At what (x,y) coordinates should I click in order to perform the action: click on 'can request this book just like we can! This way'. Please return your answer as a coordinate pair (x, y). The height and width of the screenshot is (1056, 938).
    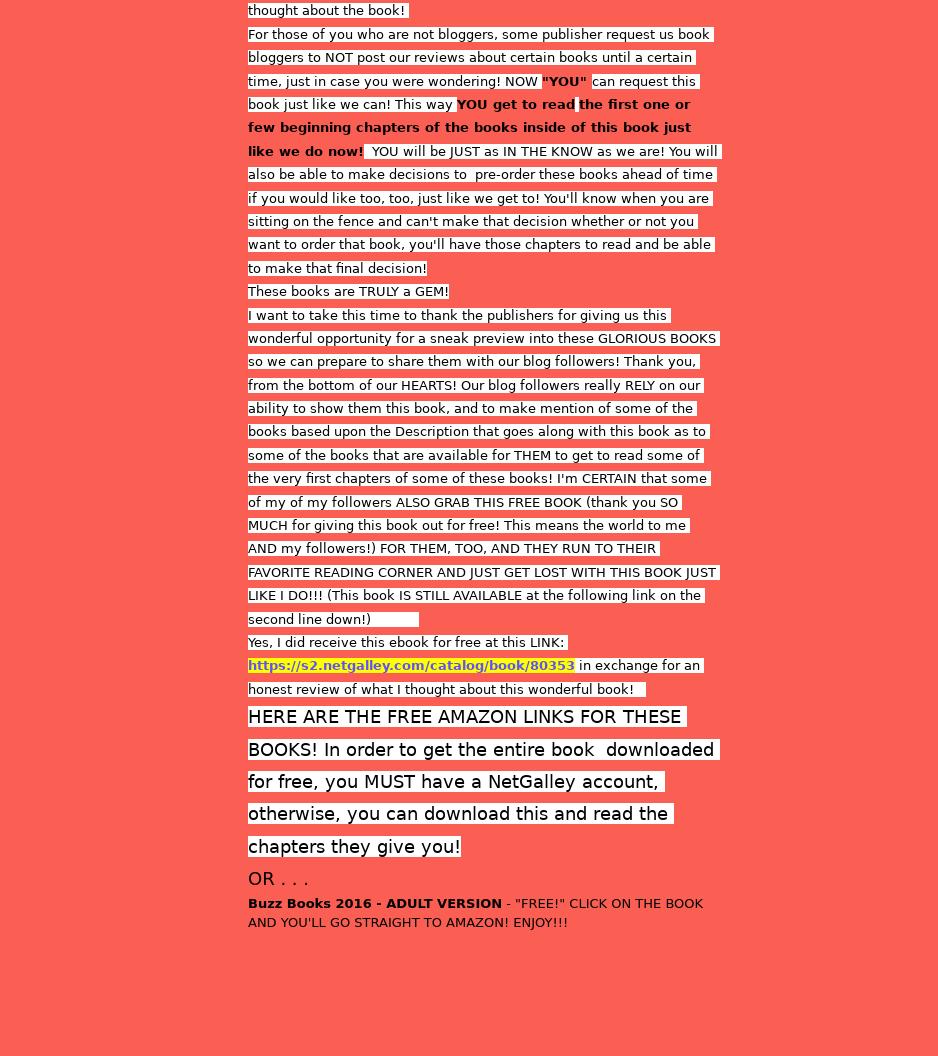
    Looking at the image, I should click on (473, 90).